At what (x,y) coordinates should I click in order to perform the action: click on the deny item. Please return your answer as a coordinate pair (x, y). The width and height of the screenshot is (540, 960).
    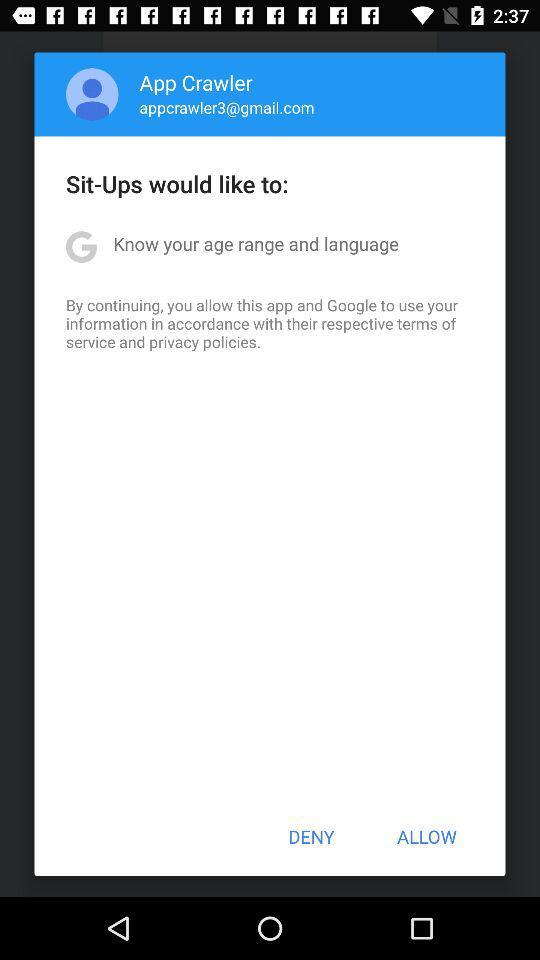
    Looking at the image, I should click on (311, 836).